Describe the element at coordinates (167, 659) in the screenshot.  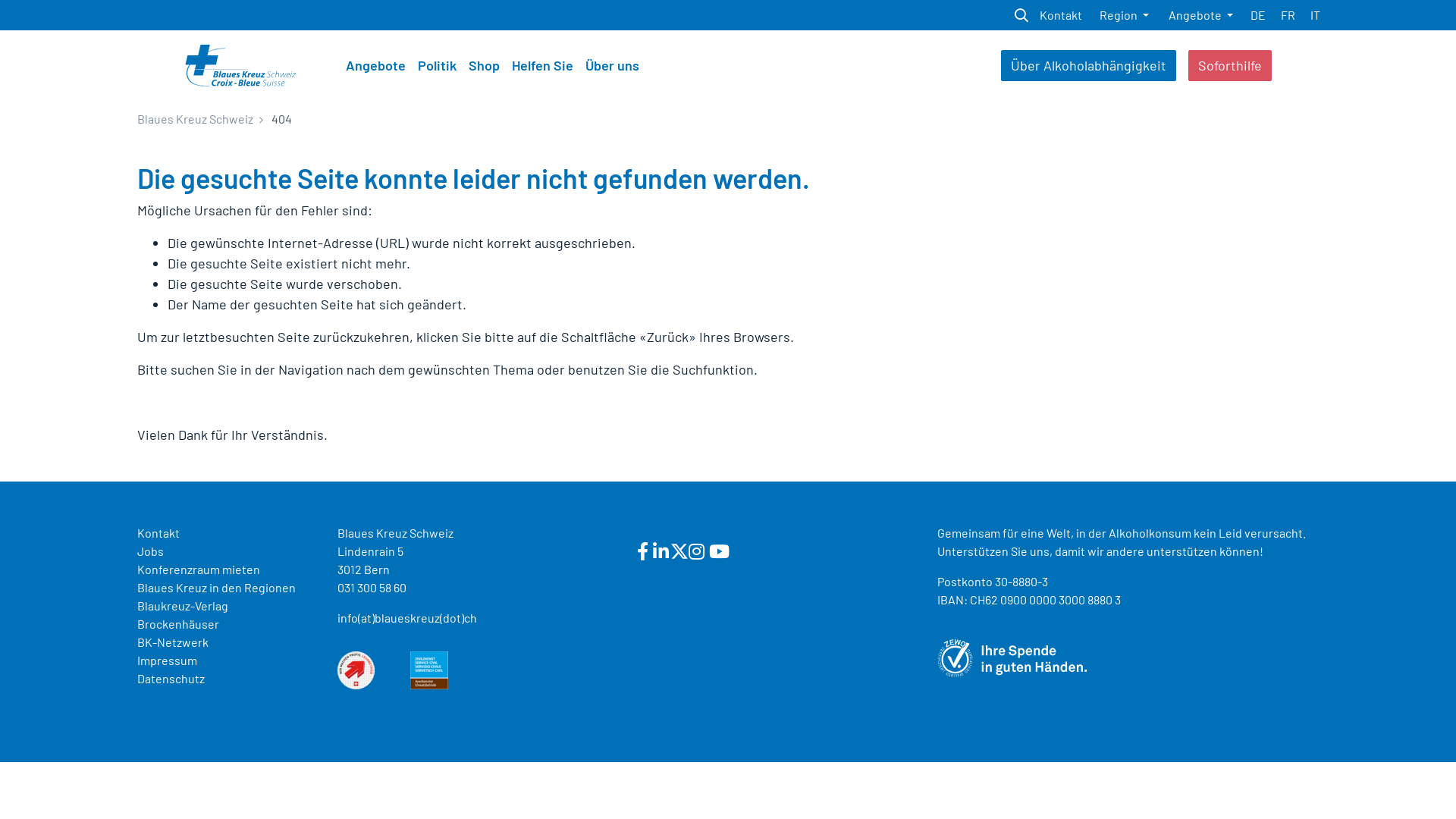
I see `'Impressum'` at that location.